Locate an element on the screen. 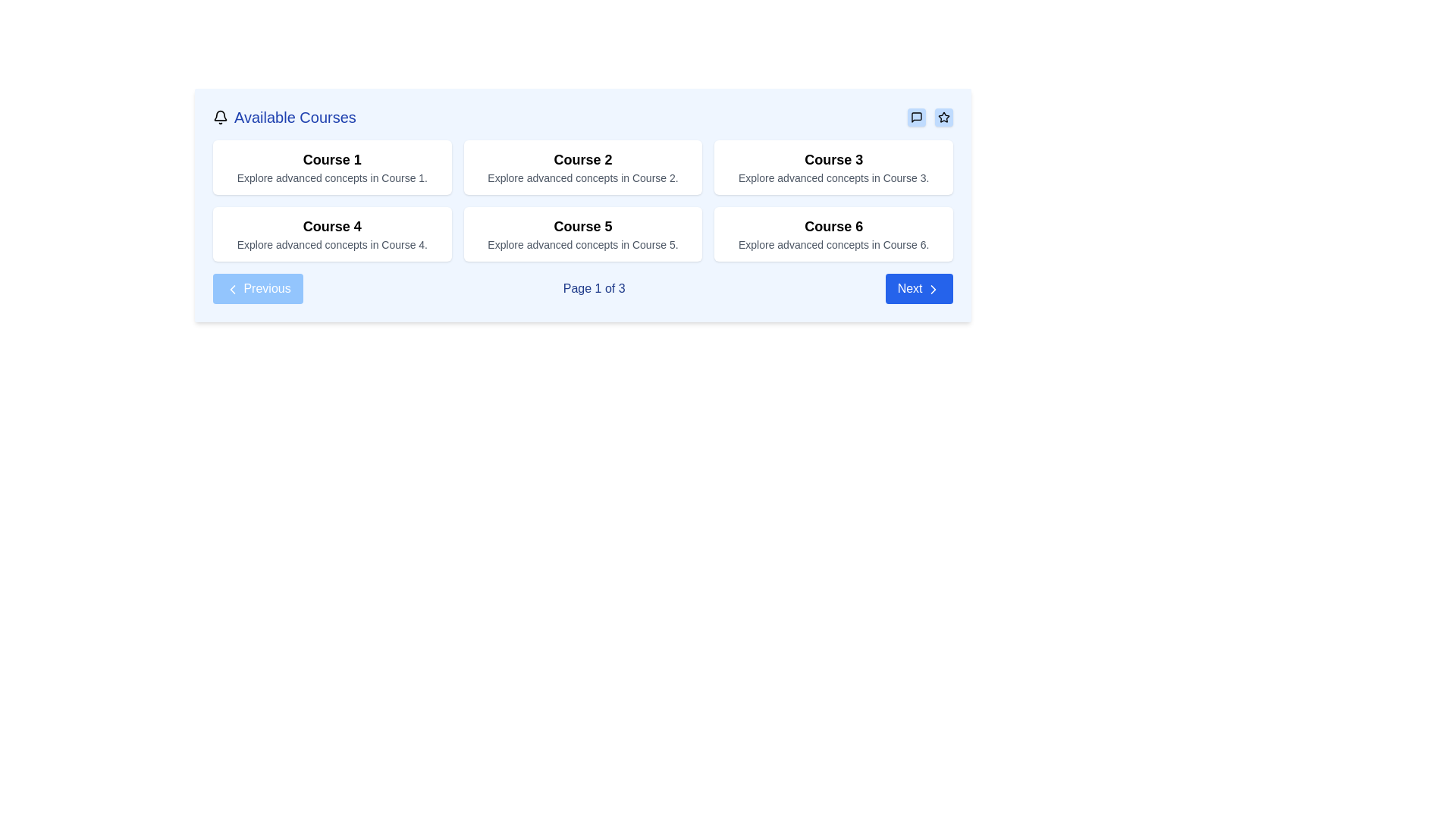 Image resolution: width=1456 pixels, height=819 pixels. the speech bubble icon located in the group of interactive icons at the top-right corner of the 'Available Courses' component is located at coordinates (930, 116).